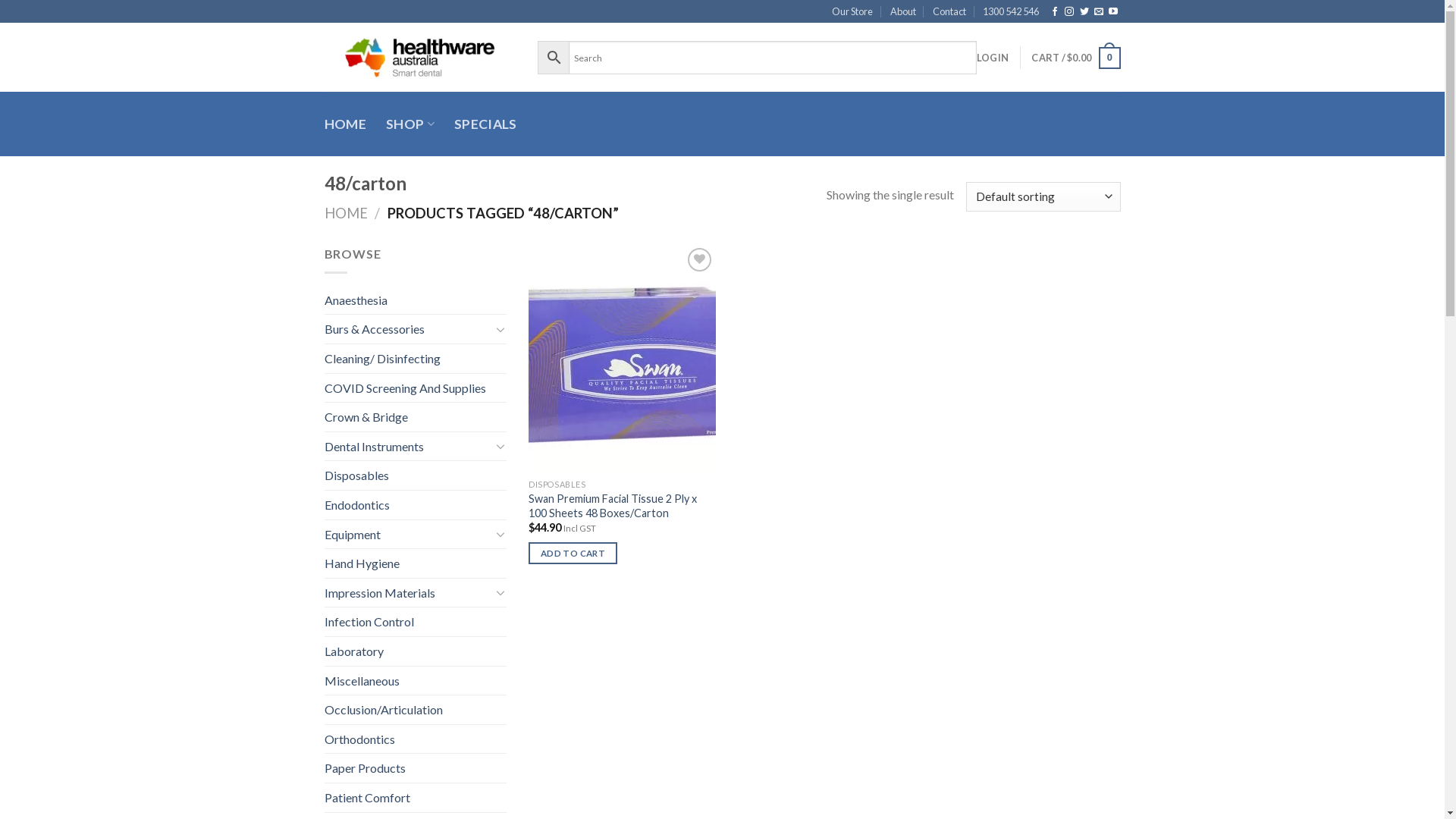  I want to click on 'Crown & Bridge', so click(323, 417).